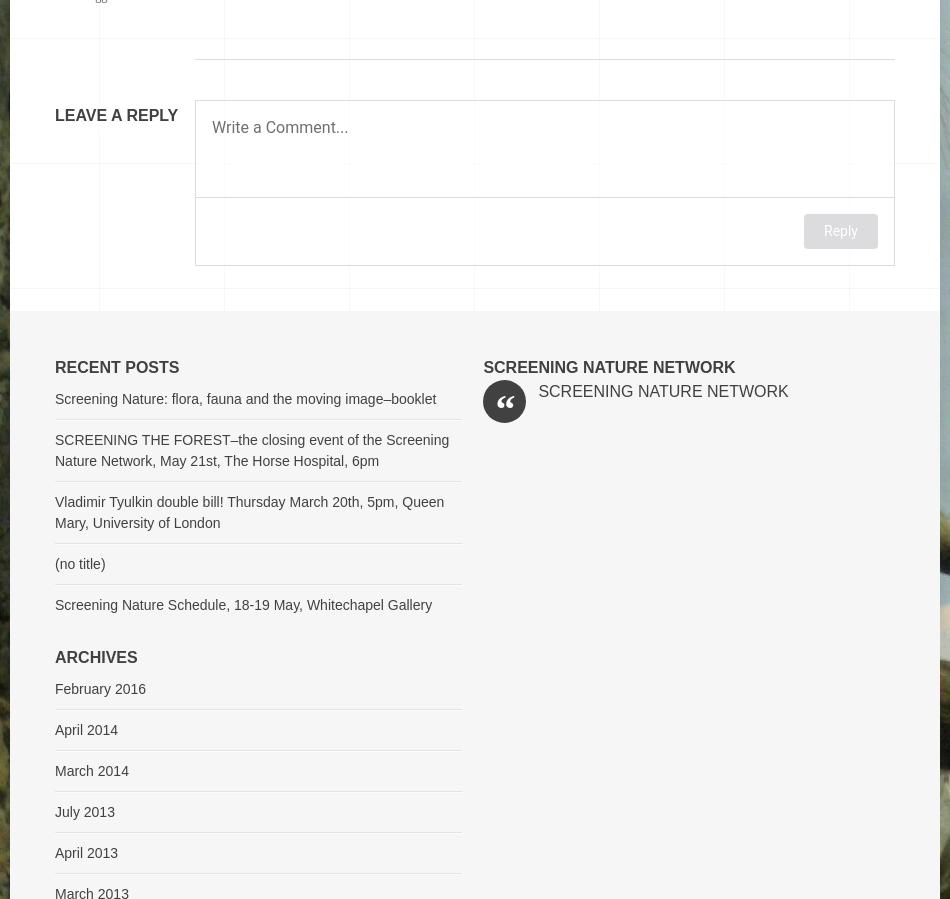 The image size is (950, 899). Describe the element at coordinates (248, 512) in the screenshot. I see `'Vladimir Tyulkin double bill! Thursday March 20th, 5pm, Queen Mary, University of London'` at that location.